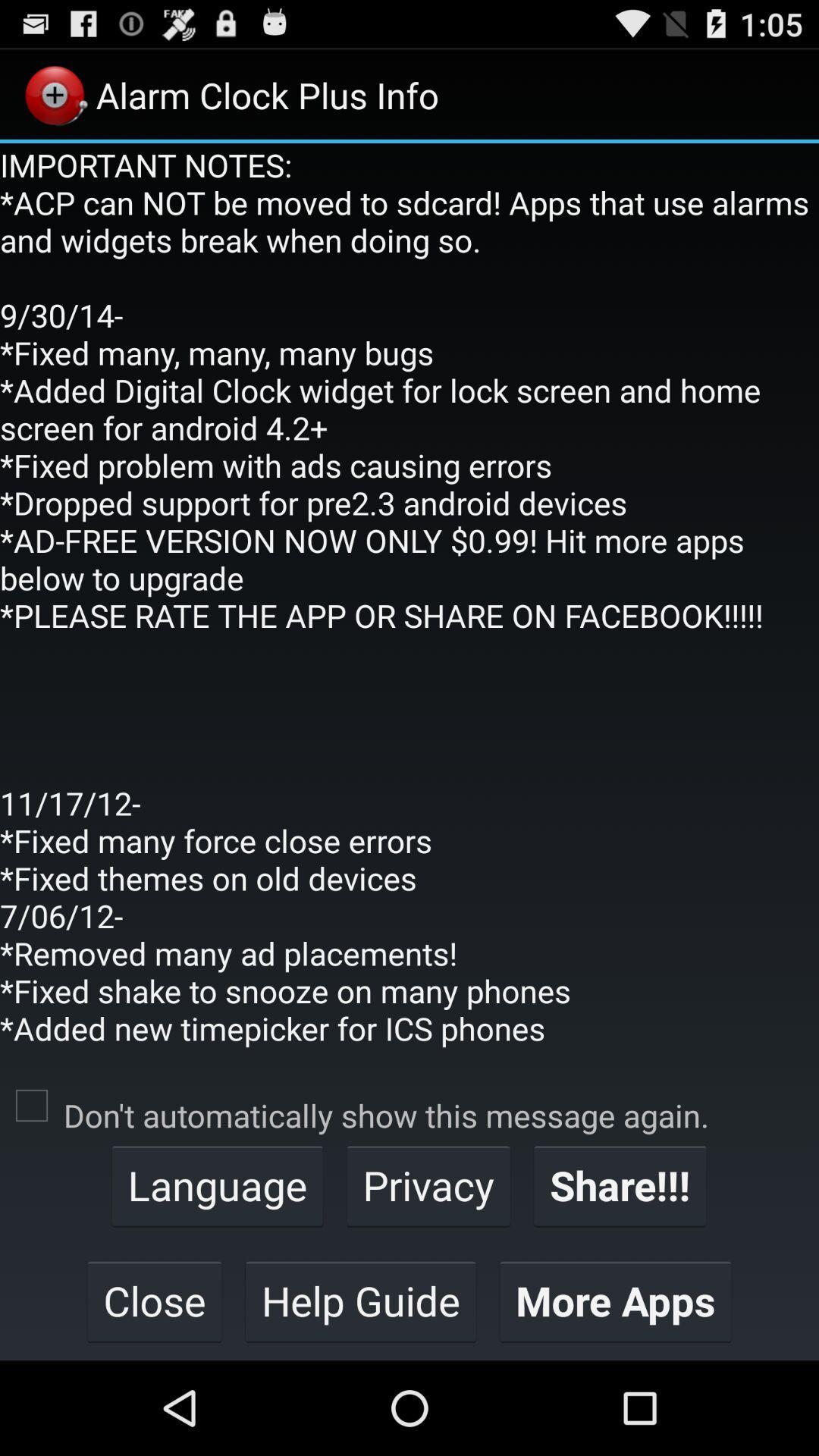 This screenshot has height=1456, width=819. Describe the element at coordinates (428, 1185) in the screenshot. I see `privacy item` at that location.